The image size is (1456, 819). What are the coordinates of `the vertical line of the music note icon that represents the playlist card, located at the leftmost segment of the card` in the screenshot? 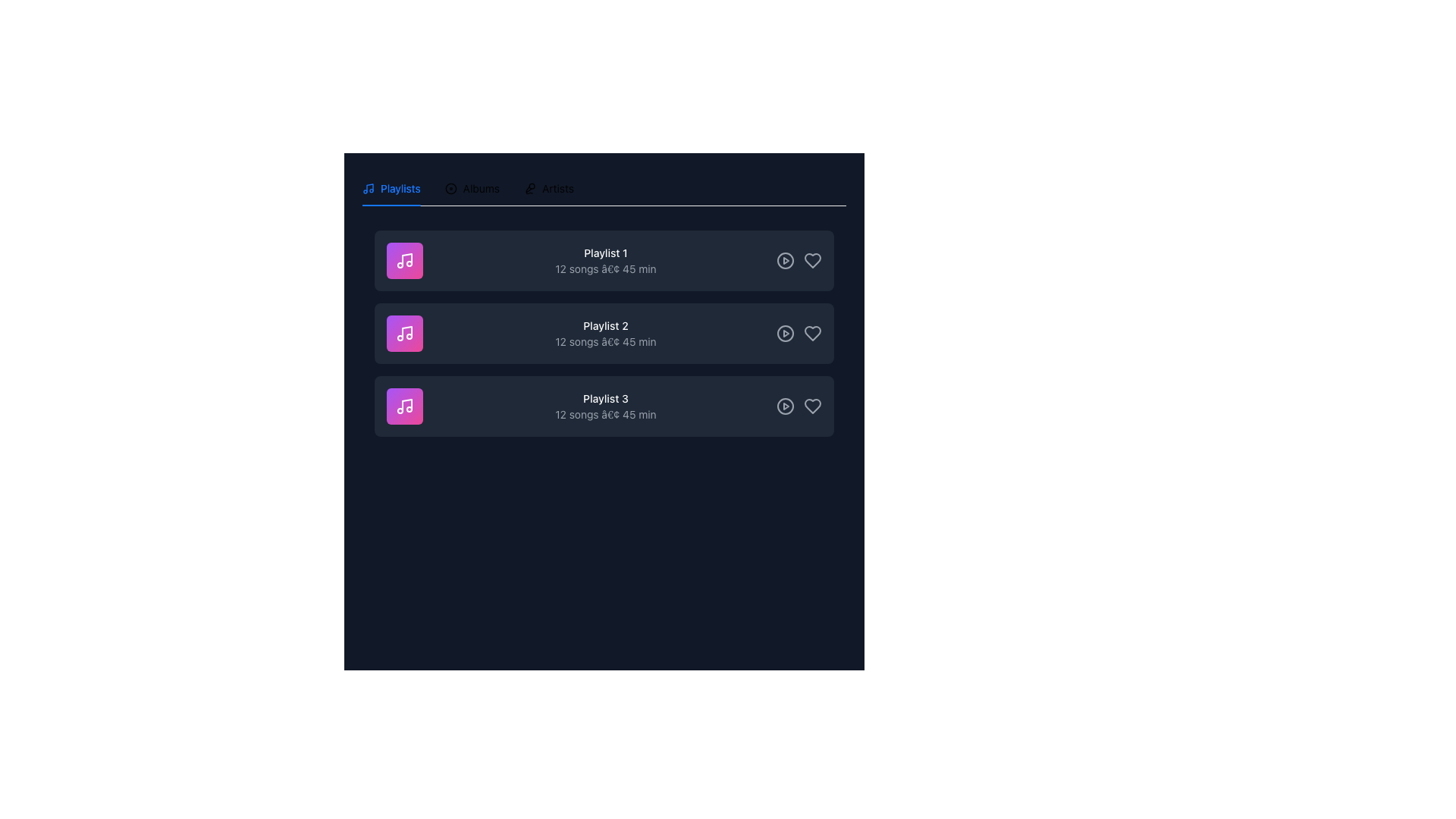 It's located at (407, 404).